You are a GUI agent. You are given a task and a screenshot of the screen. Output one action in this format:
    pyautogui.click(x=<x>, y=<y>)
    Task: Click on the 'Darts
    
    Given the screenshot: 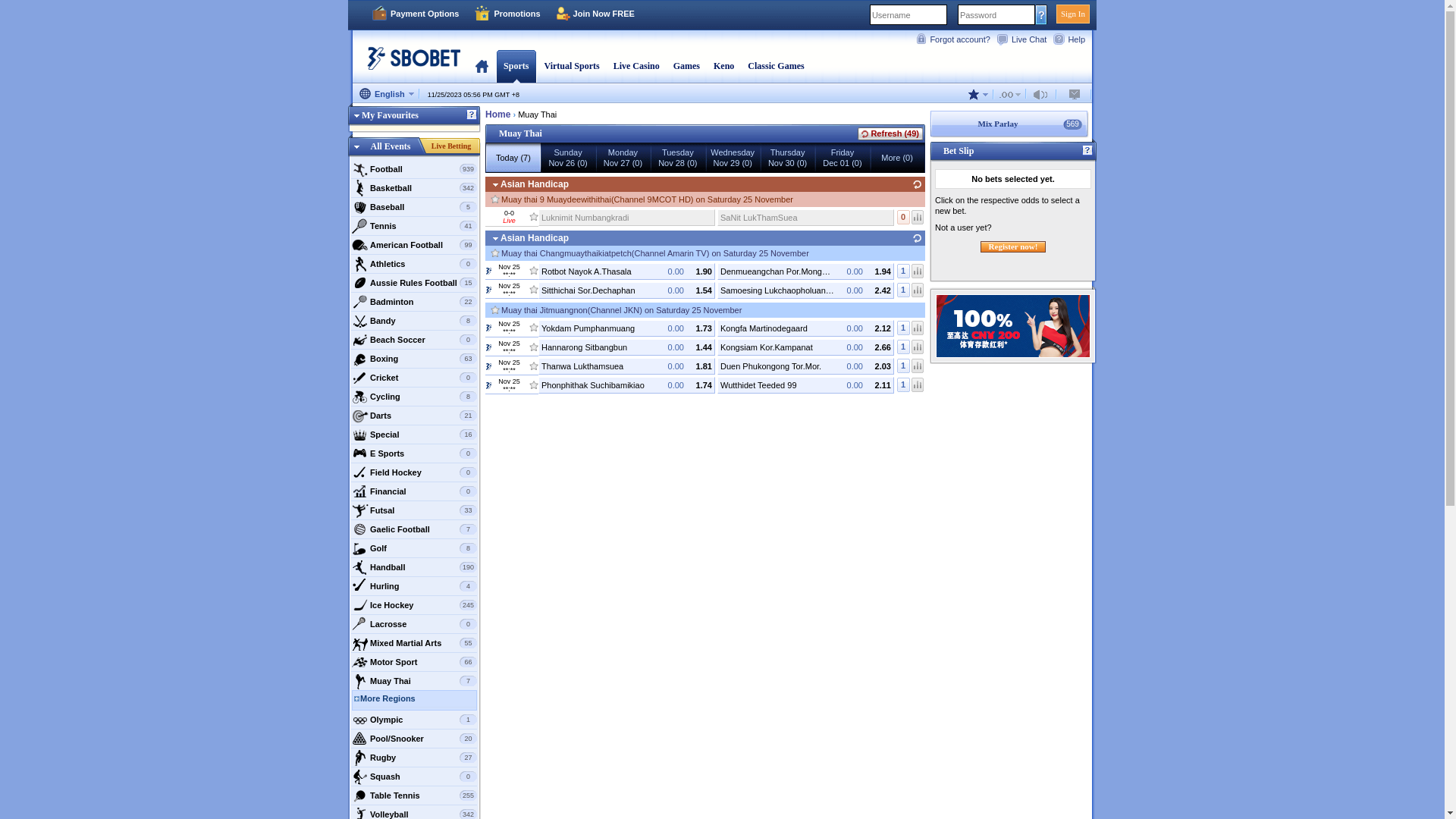 What is the action you would take?
    pyautogui.click(x=350, y=415)
    